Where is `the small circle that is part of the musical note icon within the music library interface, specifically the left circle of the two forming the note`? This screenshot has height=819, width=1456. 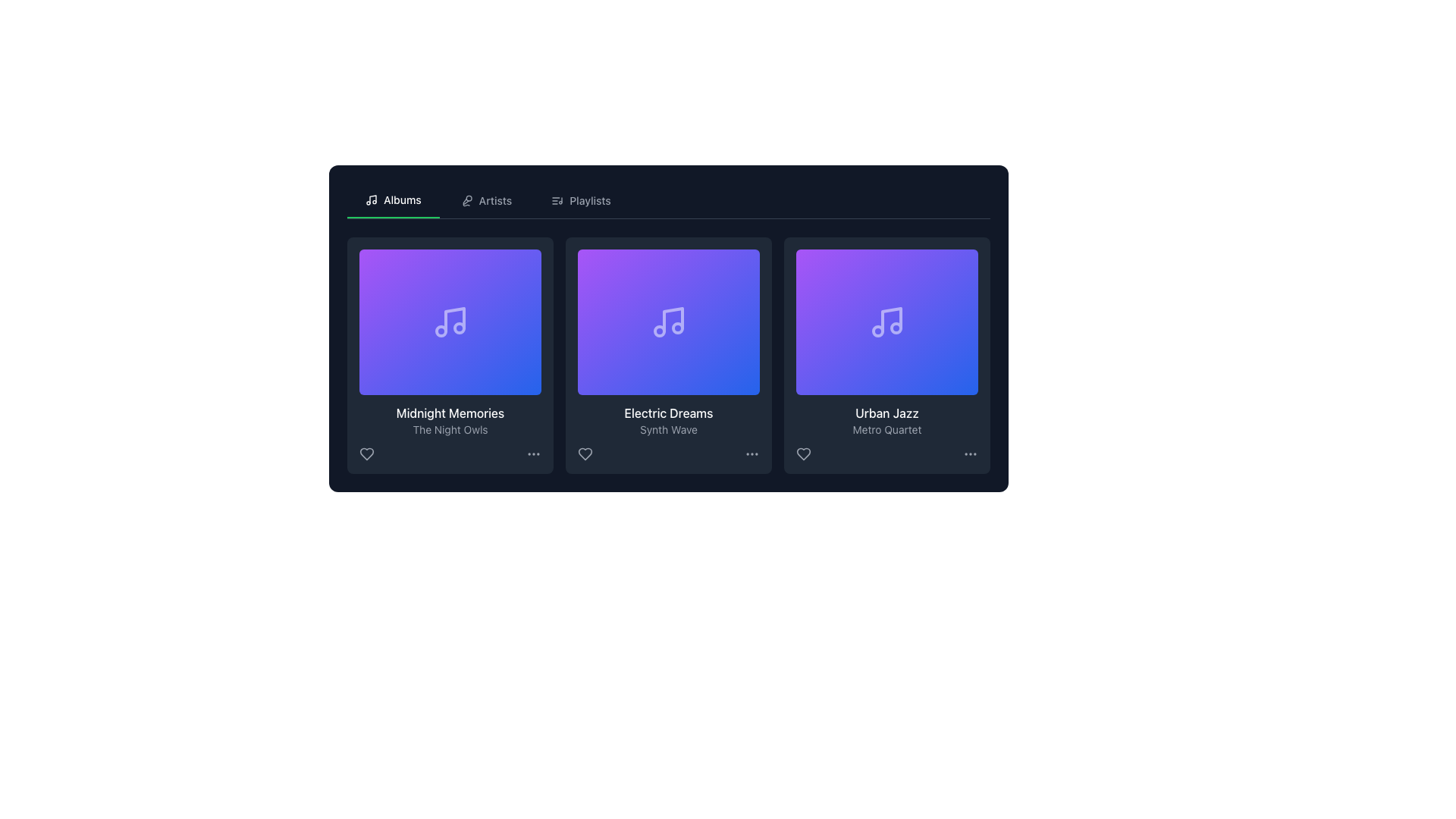 the small circle that is part of the musical note icon within the music library interface, specifically the left circle of the two forming the note is located at coordinates (659, 330).